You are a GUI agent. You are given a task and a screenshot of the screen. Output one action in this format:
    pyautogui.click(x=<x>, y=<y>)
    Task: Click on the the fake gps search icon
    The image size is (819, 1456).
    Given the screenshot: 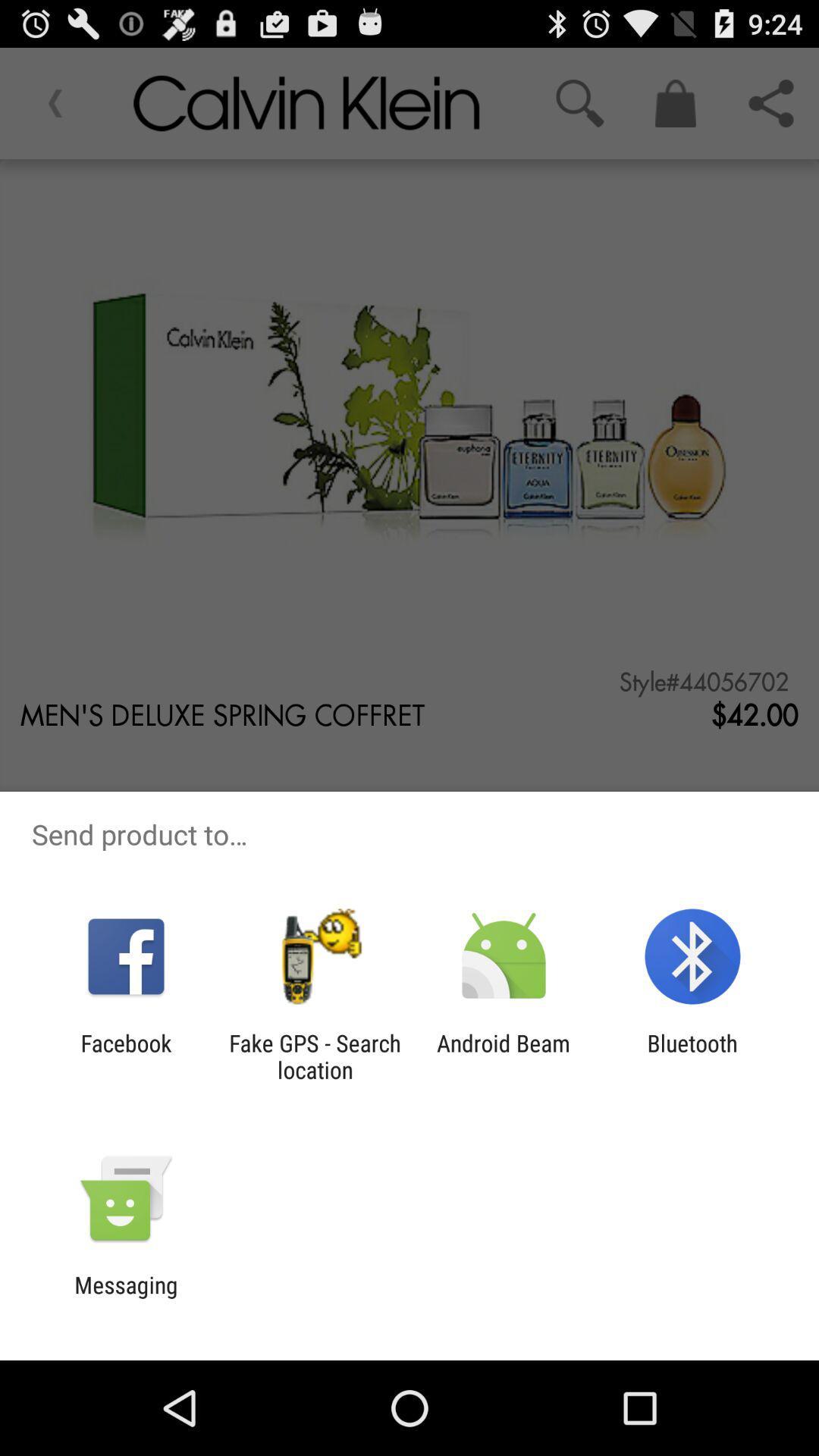 What is the action you would take?
    pyautogui.click(x=314, y=1056)
    